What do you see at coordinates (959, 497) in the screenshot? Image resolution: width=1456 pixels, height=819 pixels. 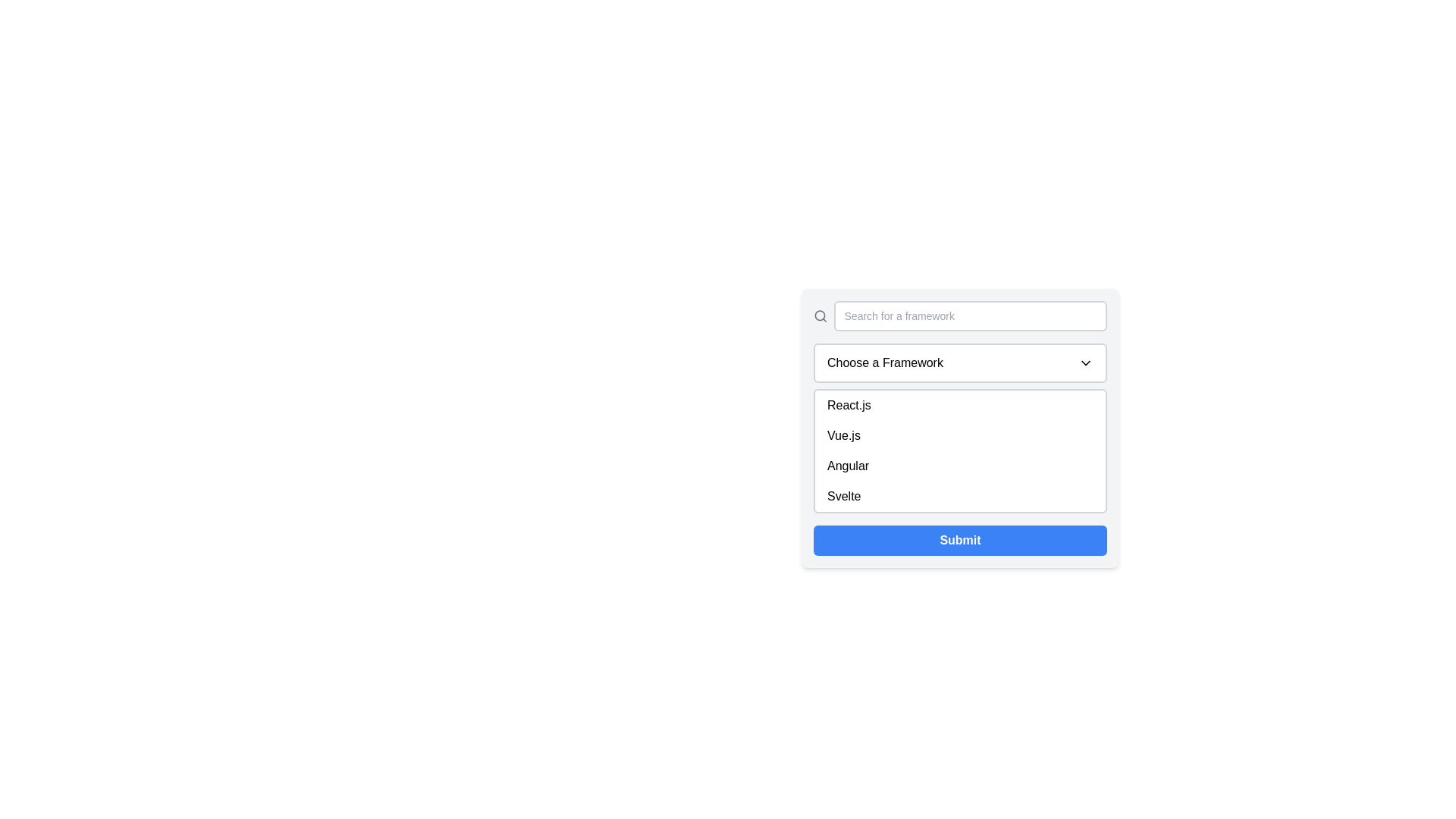 I see `the 'Svelte' option in the dropdown menu` at bounding box center [959, 497].